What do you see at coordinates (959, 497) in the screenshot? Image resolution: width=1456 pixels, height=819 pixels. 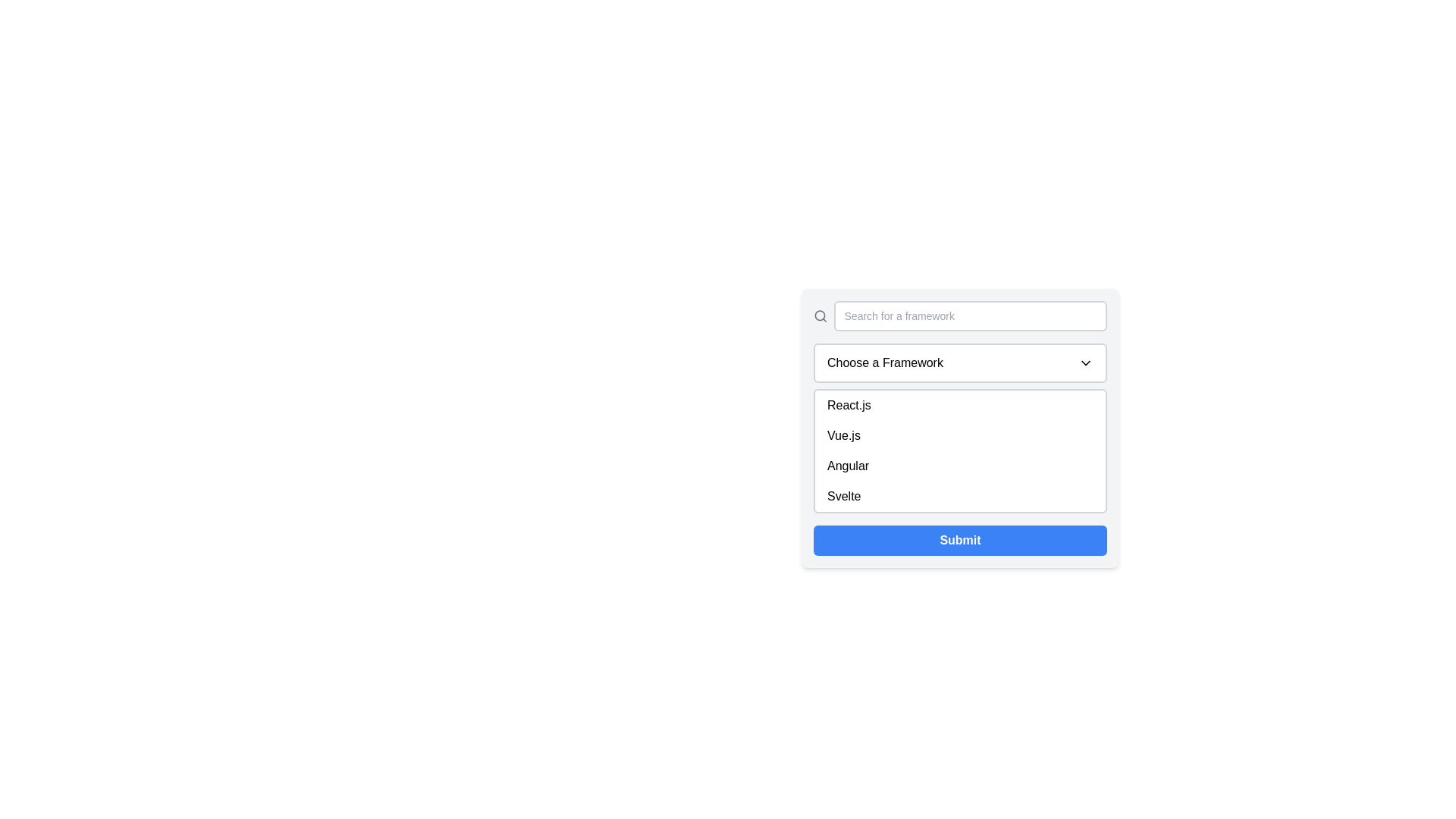 I see `the 'Svelte' option in the dropdown menu` at bounding box center [959, 497].